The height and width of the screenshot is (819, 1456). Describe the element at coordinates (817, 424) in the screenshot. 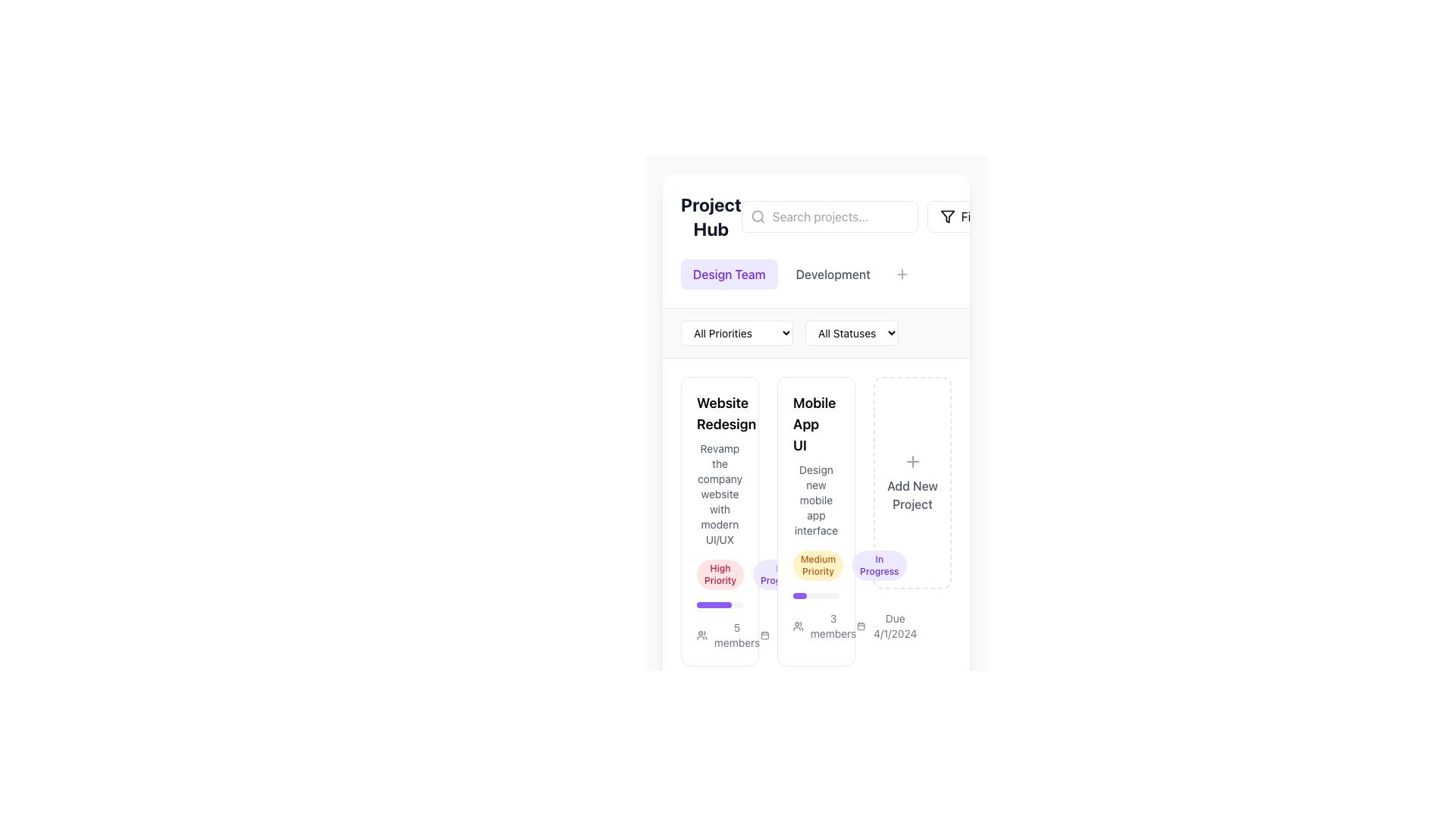

I see `the title text display element of the project card titled 'Mobile App UI', which is located at the top of the card above the description text 'Design new mobile app interface'` at that location.